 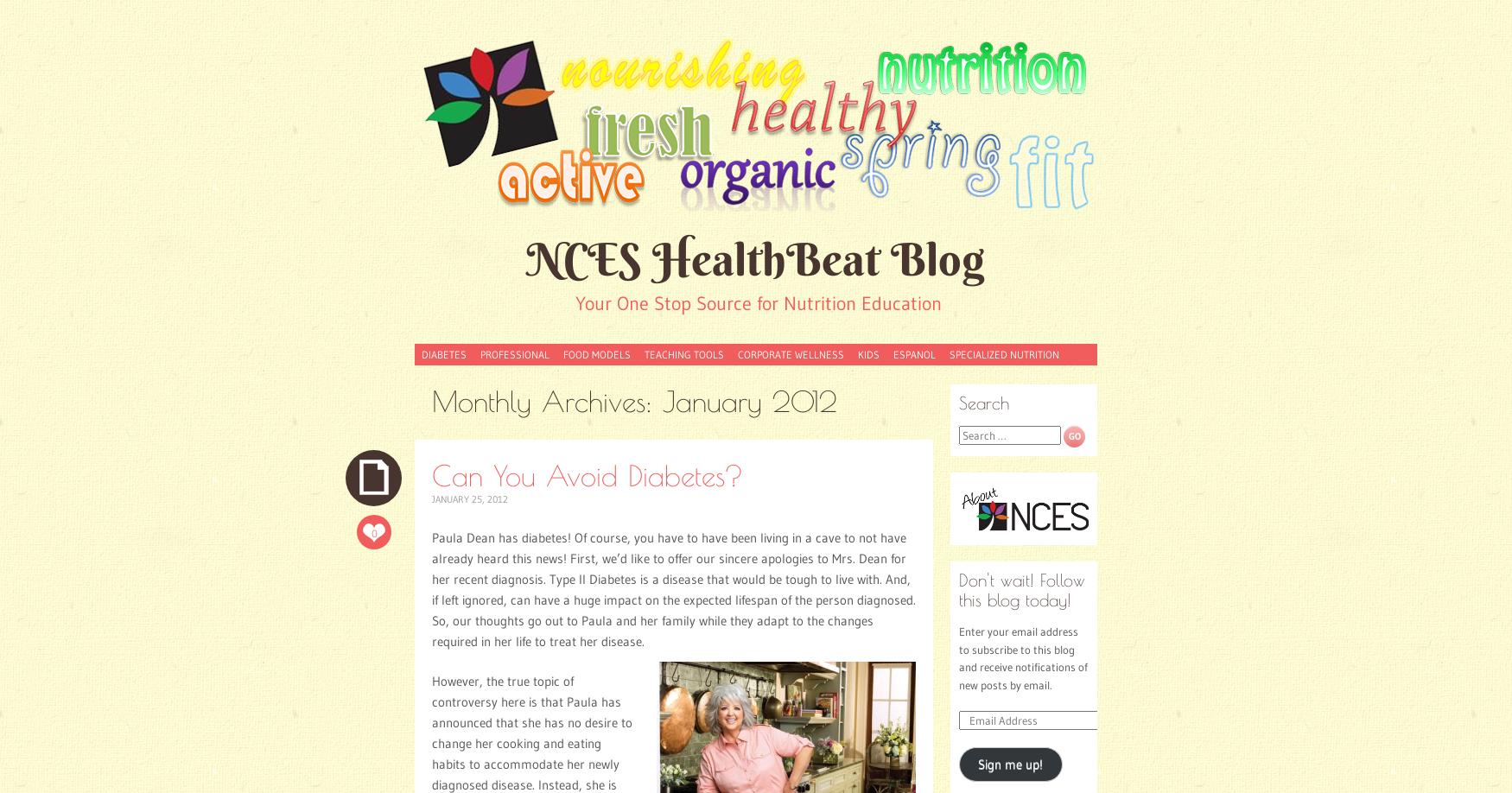 What do you see at coordinates (372, 533) in the screenshot?
I see `'0'` at bounding box center [372, 533].